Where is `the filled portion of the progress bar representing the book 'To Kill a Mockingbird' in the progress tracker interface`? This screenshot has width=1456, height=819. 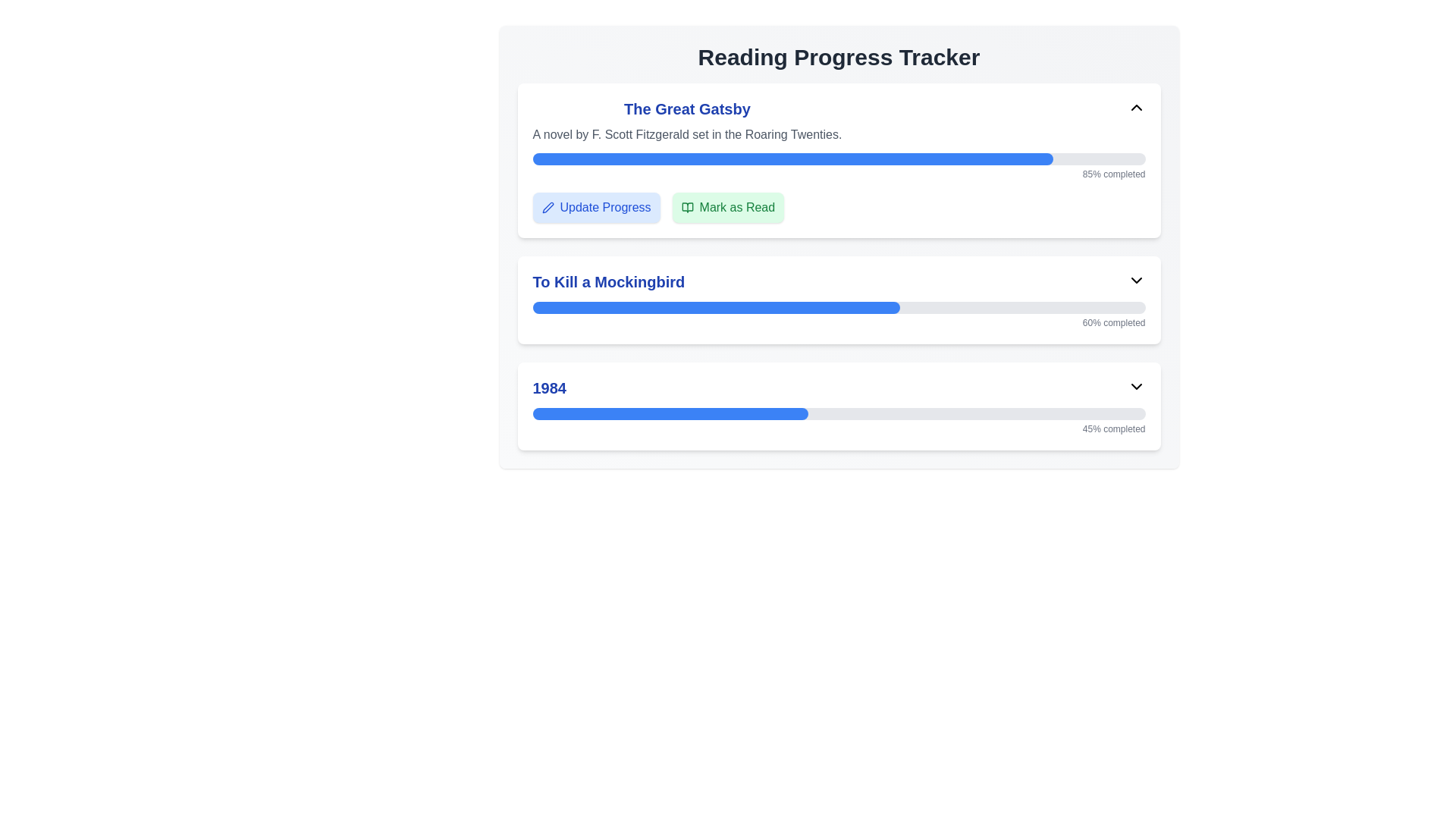 the filled portion of the progress bar representing the book 'To Kill a Mockingbird' in the progress tracker interface is located at coordinates (715, 307).